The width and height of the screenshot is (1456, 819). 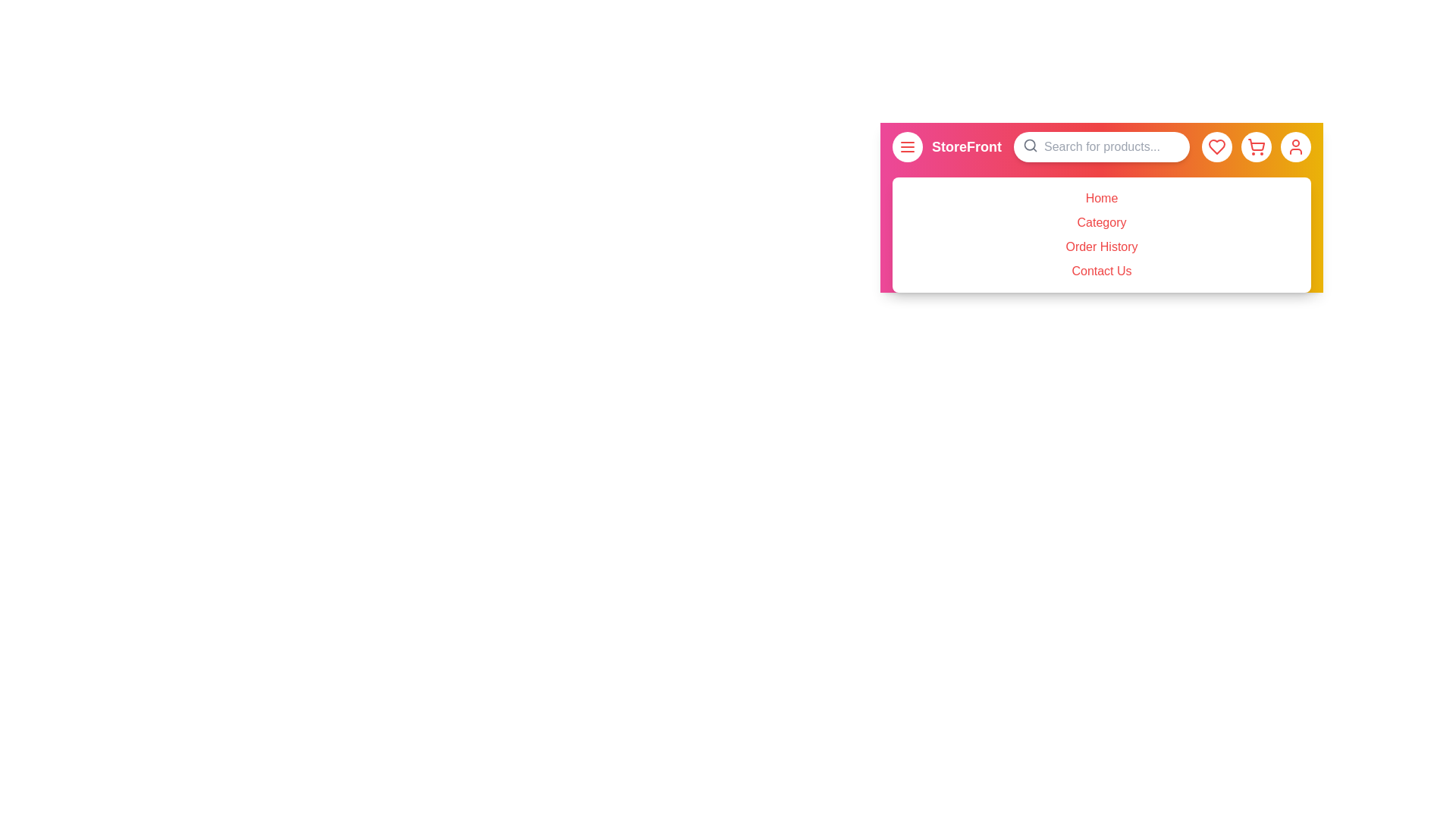 What do you see at coordinates (1102, 198) in the screenshot?
I see `the menu item Home from the side menu` at bounding box center [1102, 198].